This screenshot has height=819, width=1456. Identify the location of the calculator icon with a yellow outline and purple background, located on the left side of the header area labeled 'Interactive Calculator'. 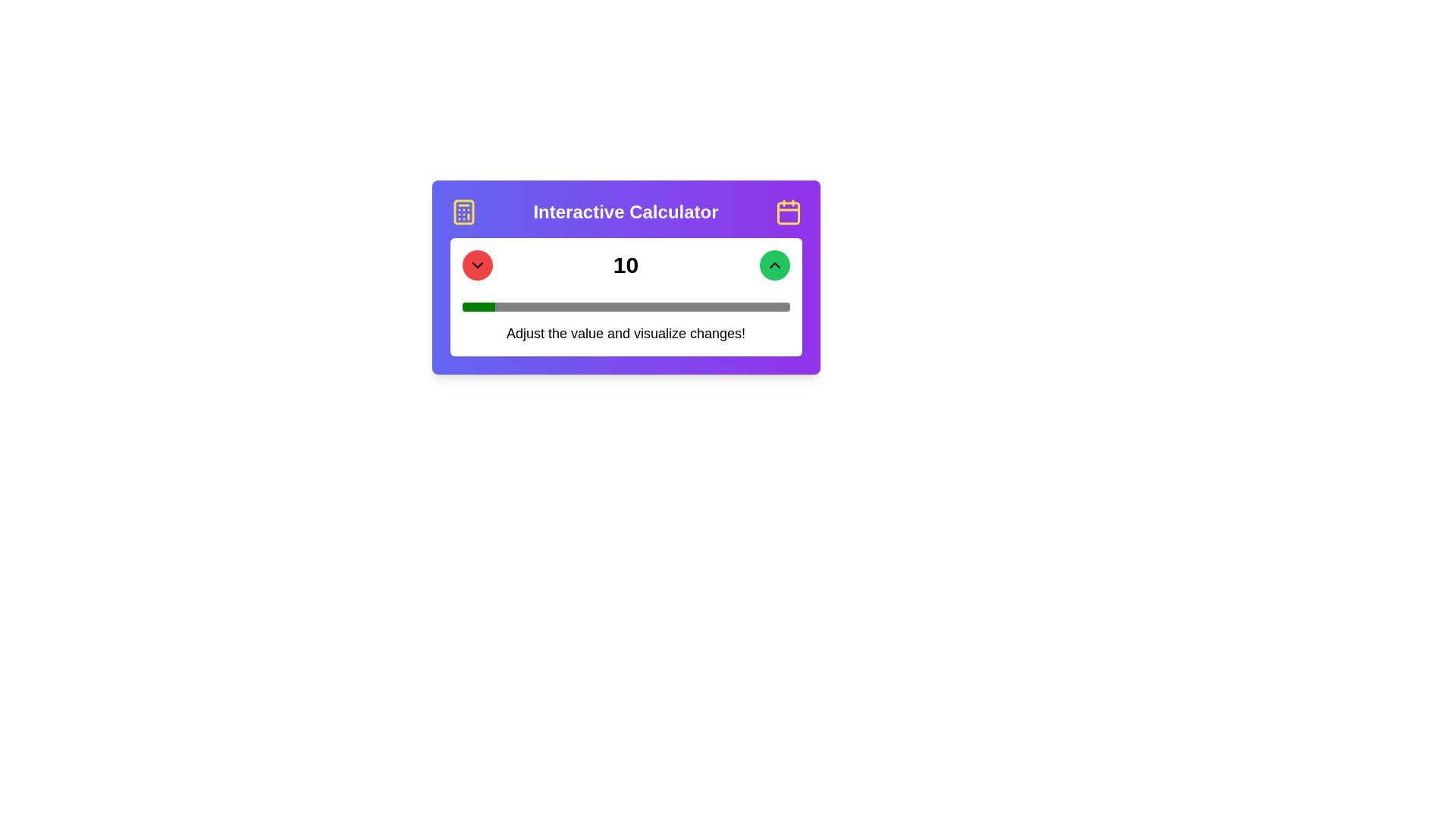
(463, 212).